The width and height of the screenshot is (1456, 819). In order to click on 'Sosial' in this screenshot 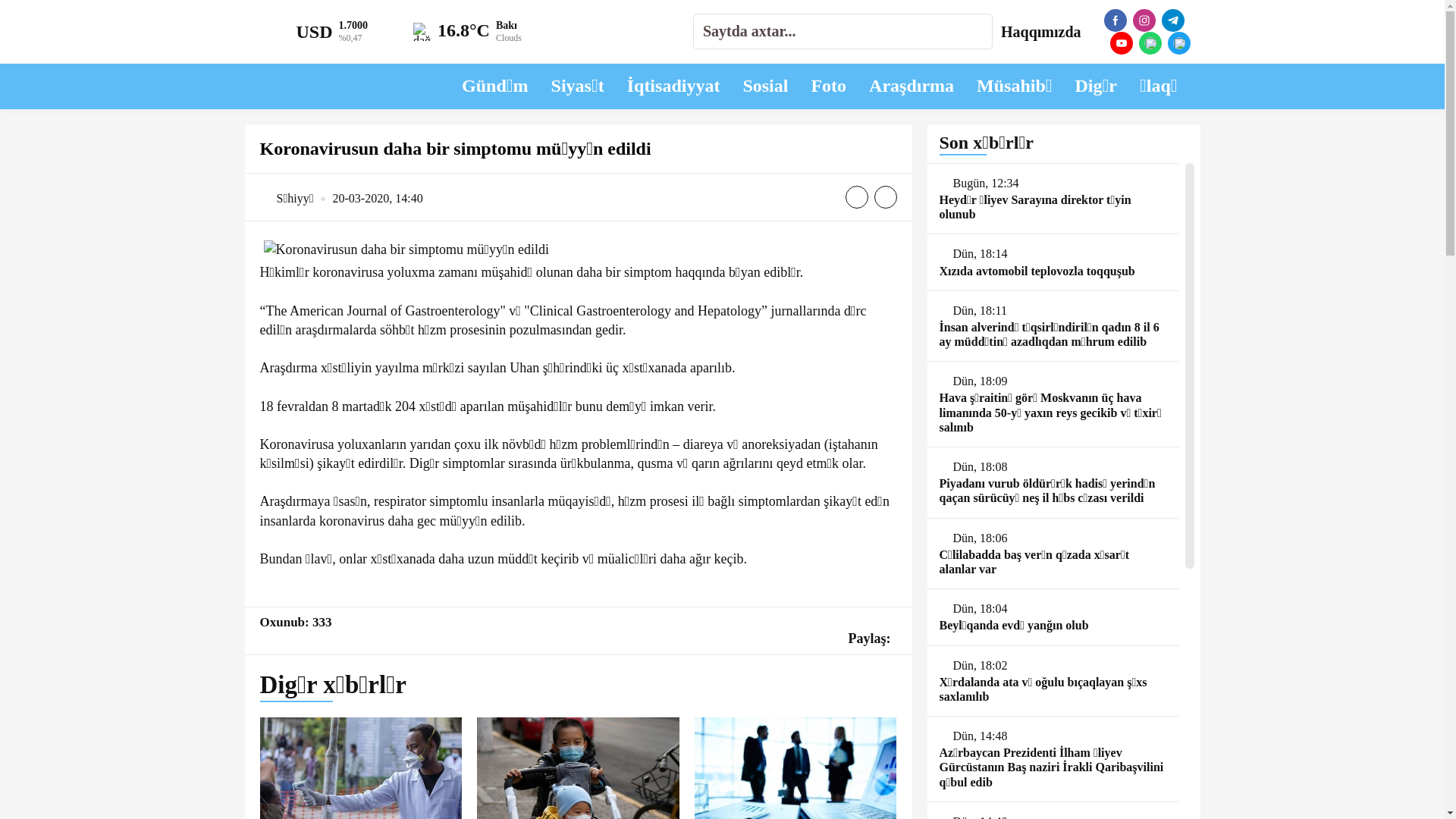, I will do `click(764, 86)`.